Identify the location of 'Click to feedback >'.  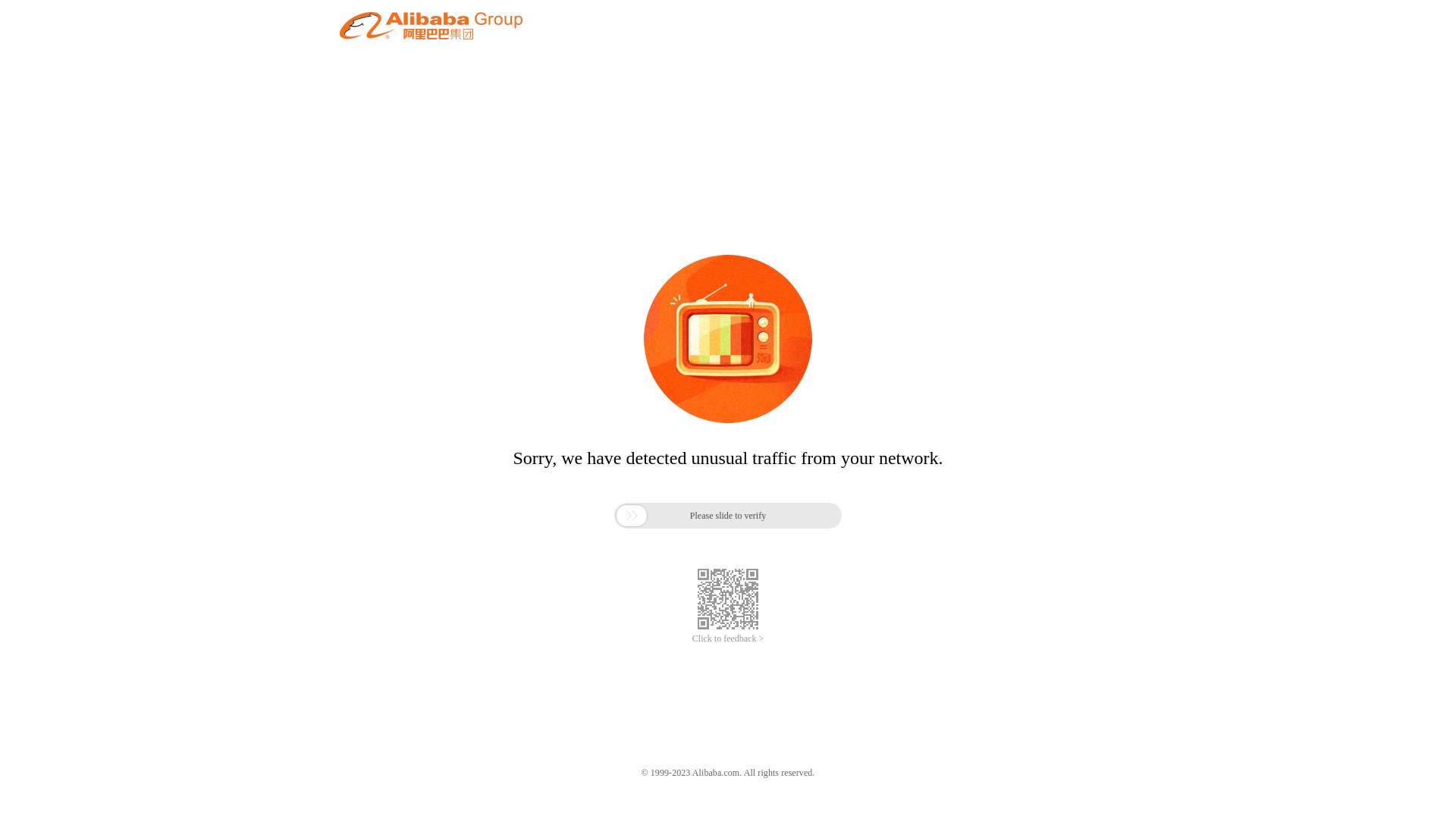
(728, 639).